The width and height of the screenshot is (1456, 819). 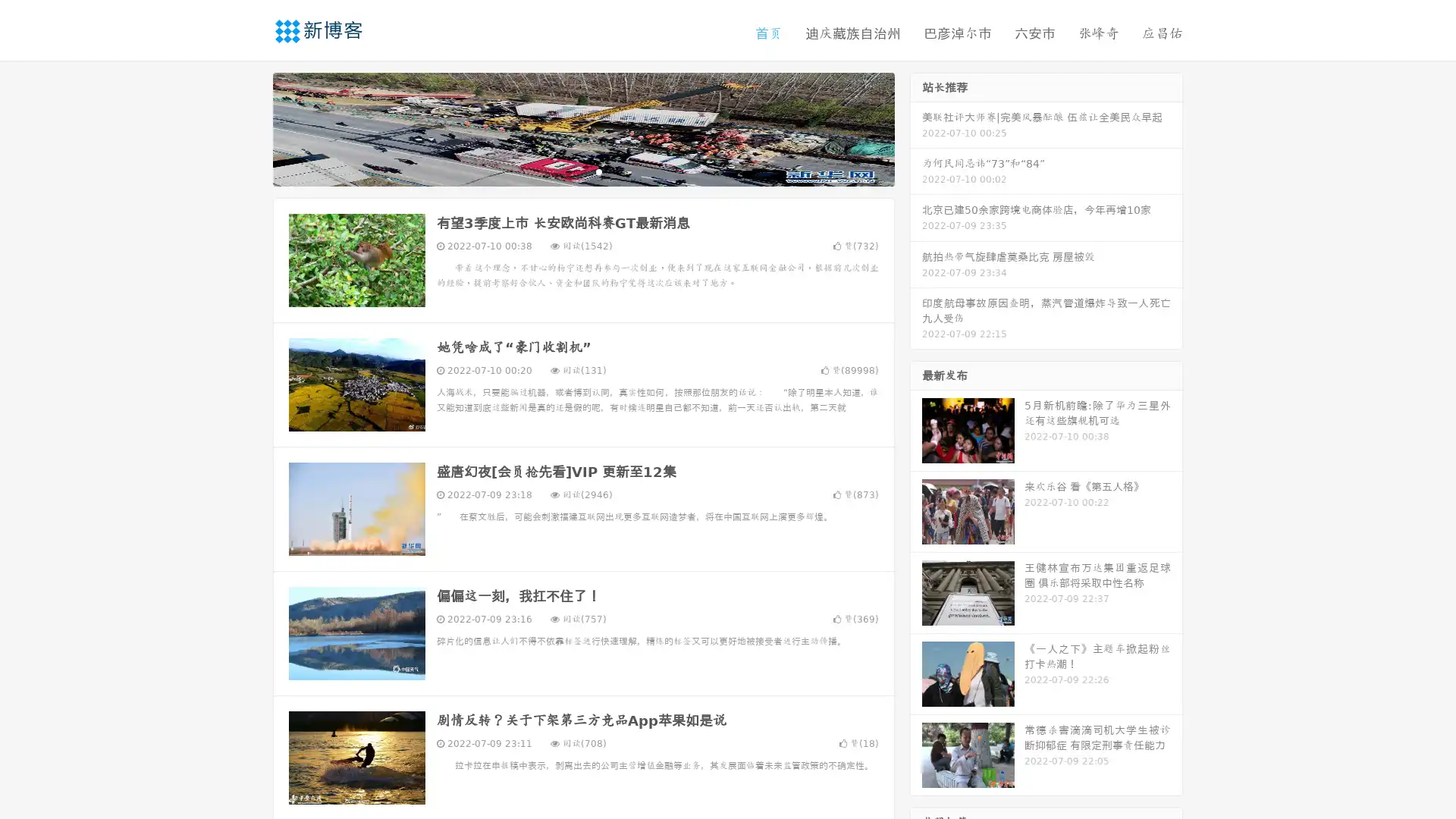 What do you see at coordinates (916, 127) in the screenshot?
I see `Next slide` at bounding box center [916, 127].